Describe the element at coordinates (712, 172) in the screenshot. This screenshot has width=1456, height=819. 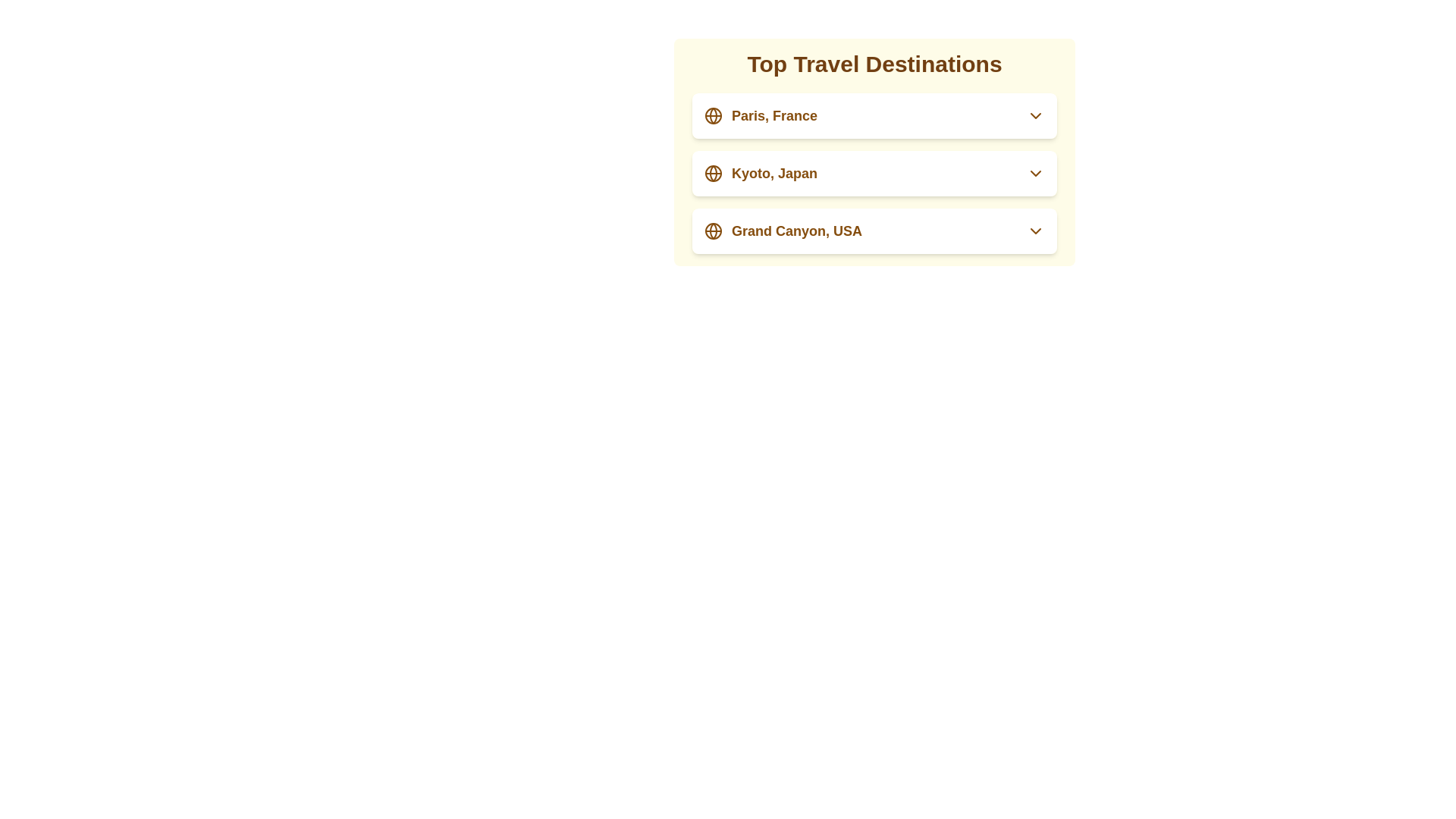
I see `the globe icon, which is brown and located to the left of the text 'Kyoto, Japan' in the list under 'Top Travel Destinations'` at that location.